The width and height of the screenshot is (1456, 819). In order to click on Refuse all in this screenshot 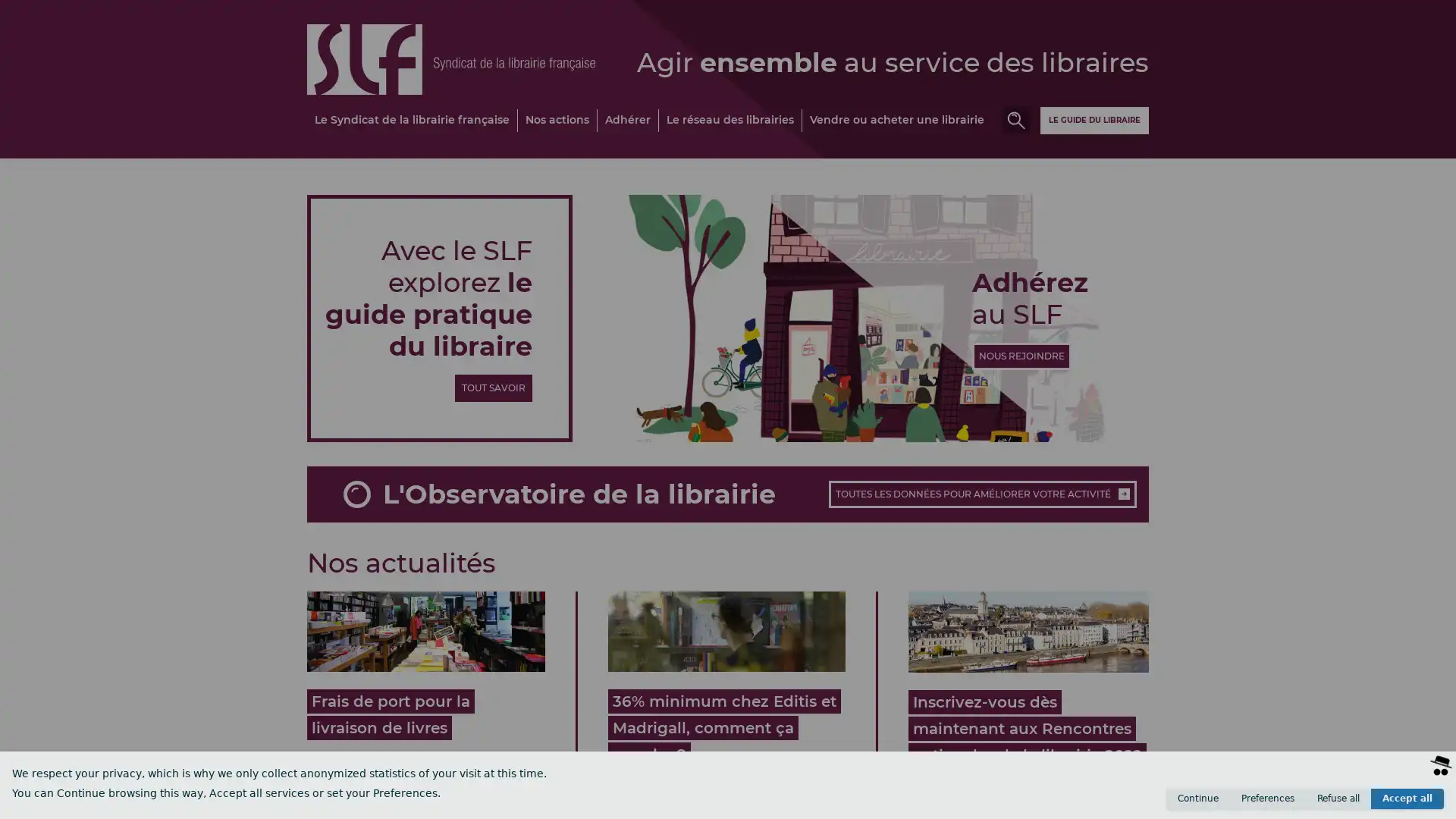, I will do `click(1338, 798)`.